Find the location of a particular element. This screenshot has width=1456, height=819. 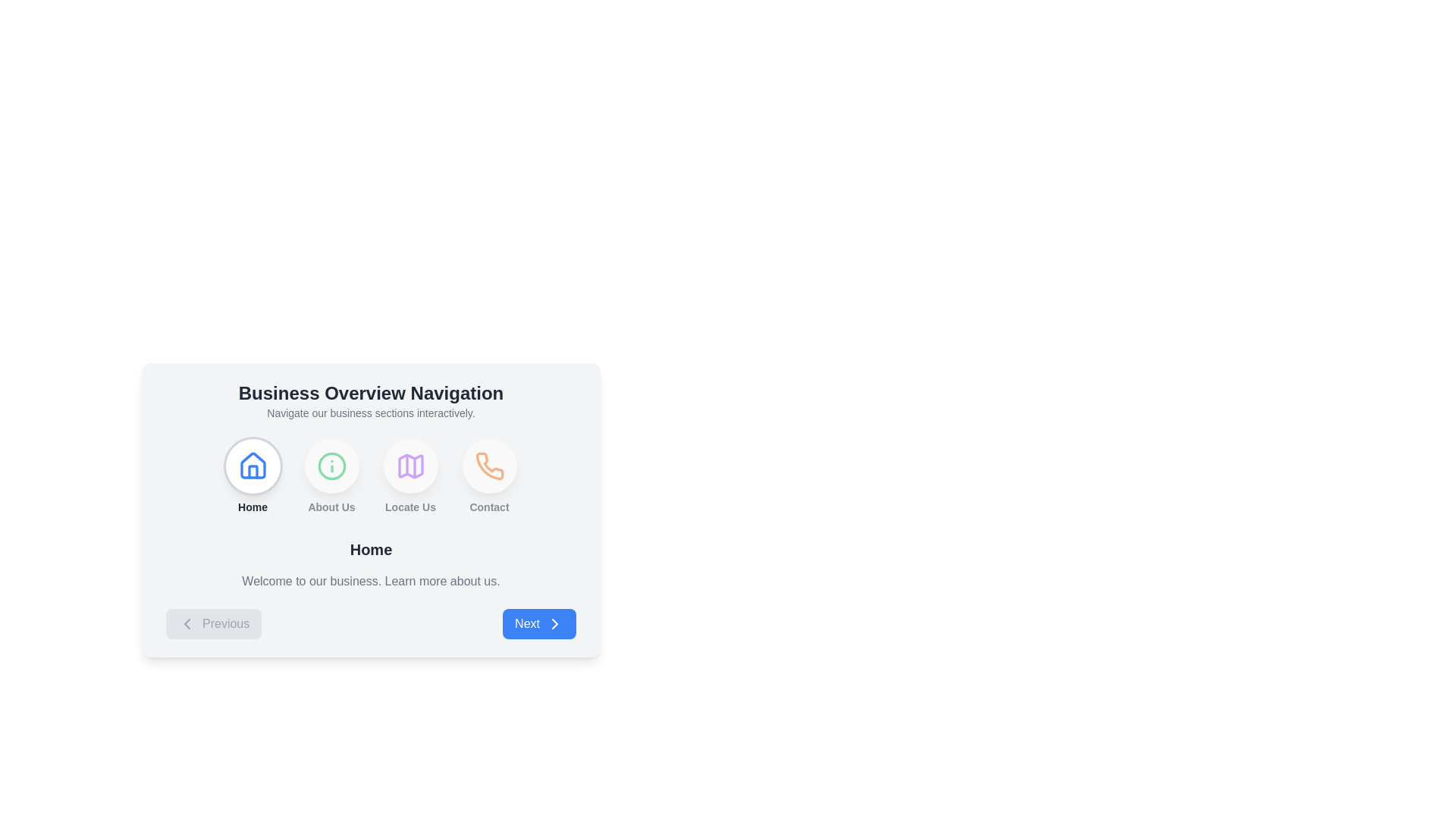

text displayed in the Header section that contains 'Business Overview Navigation' and 'Navigate our business sections interactively.' is located at coordinates (371, 400).